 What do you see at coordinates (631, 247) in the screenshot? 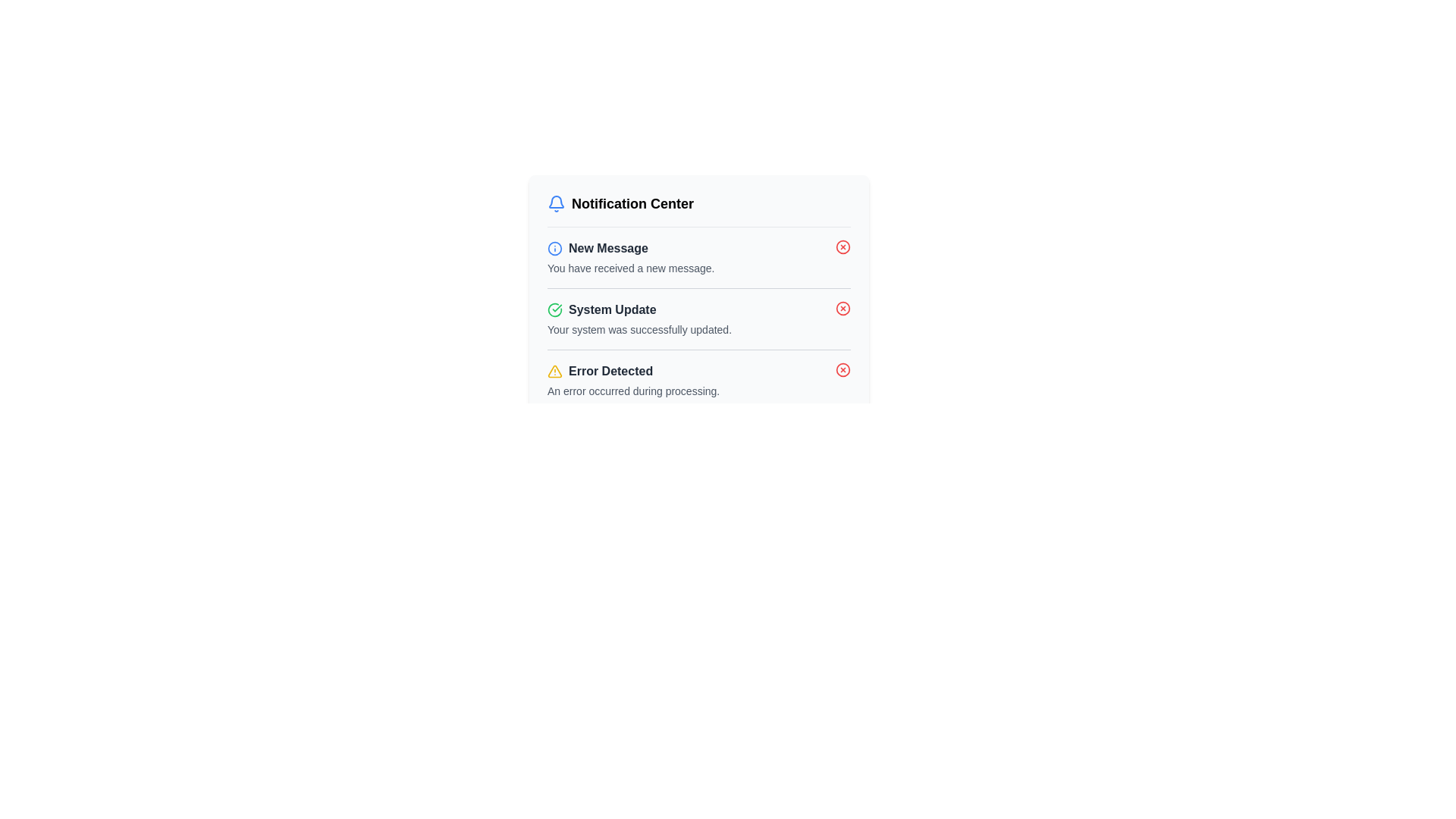
I see `text of the notification title label located in the notification center interface, positioned above the message indicating a new communication` at bounding box center [631, 247].